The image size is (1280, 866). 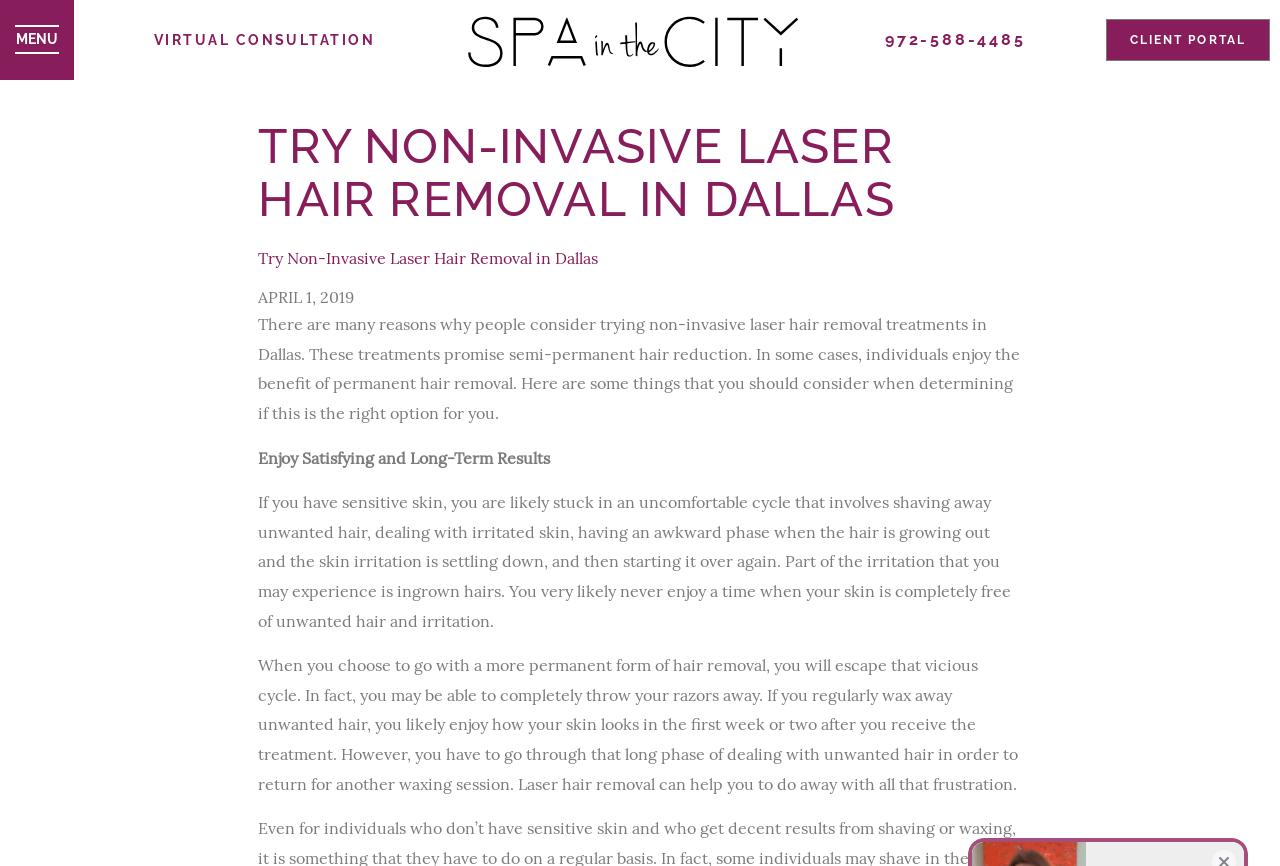 What do you see at coordinates (402, 456) in the screenshot?
I see `'Enjoy Satisfying and Long-Term Results'` at bounding box center [402, 456].